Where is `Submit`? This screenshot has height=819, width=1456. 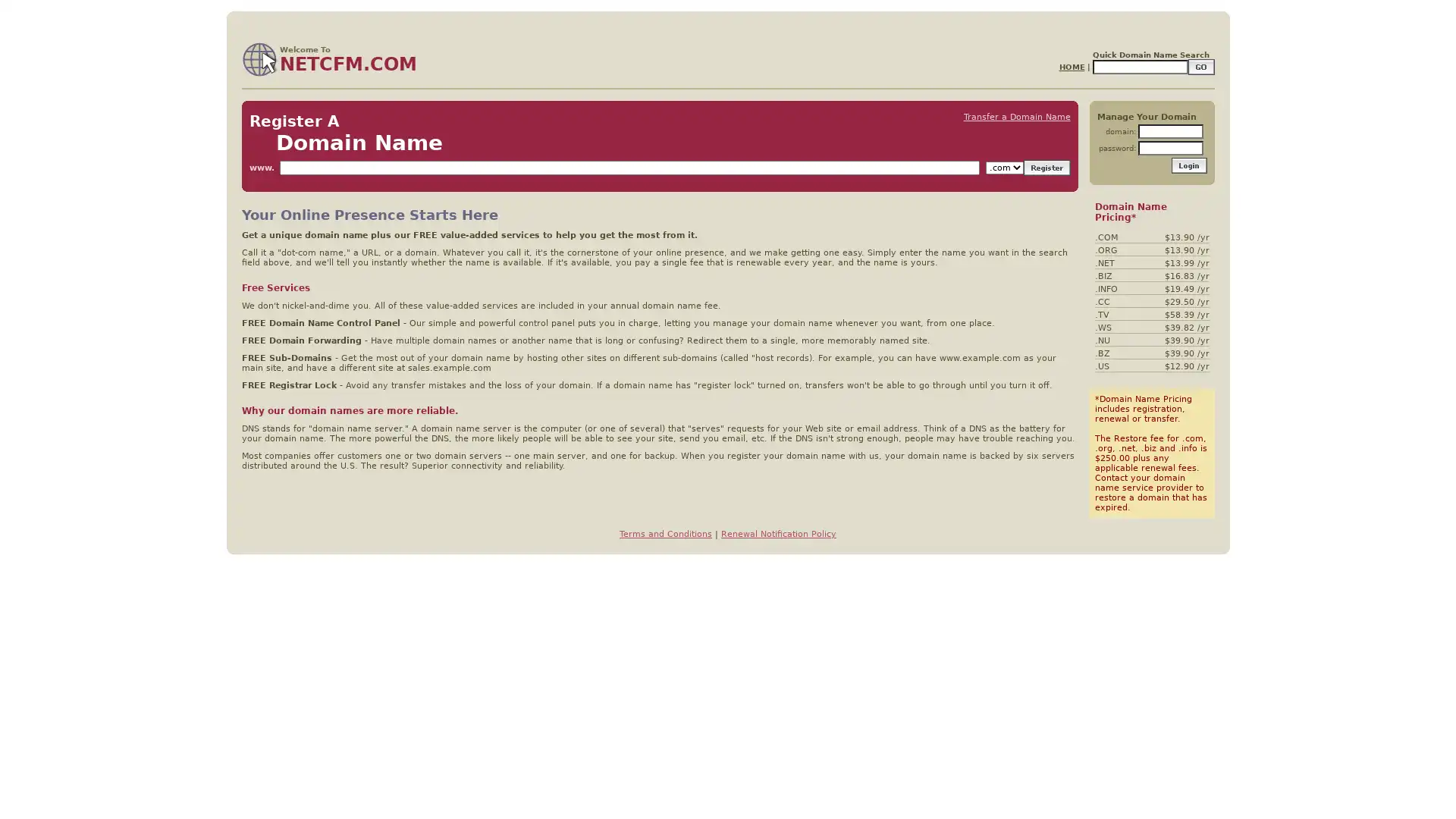 Submit is located at coordinates (1046, 168).